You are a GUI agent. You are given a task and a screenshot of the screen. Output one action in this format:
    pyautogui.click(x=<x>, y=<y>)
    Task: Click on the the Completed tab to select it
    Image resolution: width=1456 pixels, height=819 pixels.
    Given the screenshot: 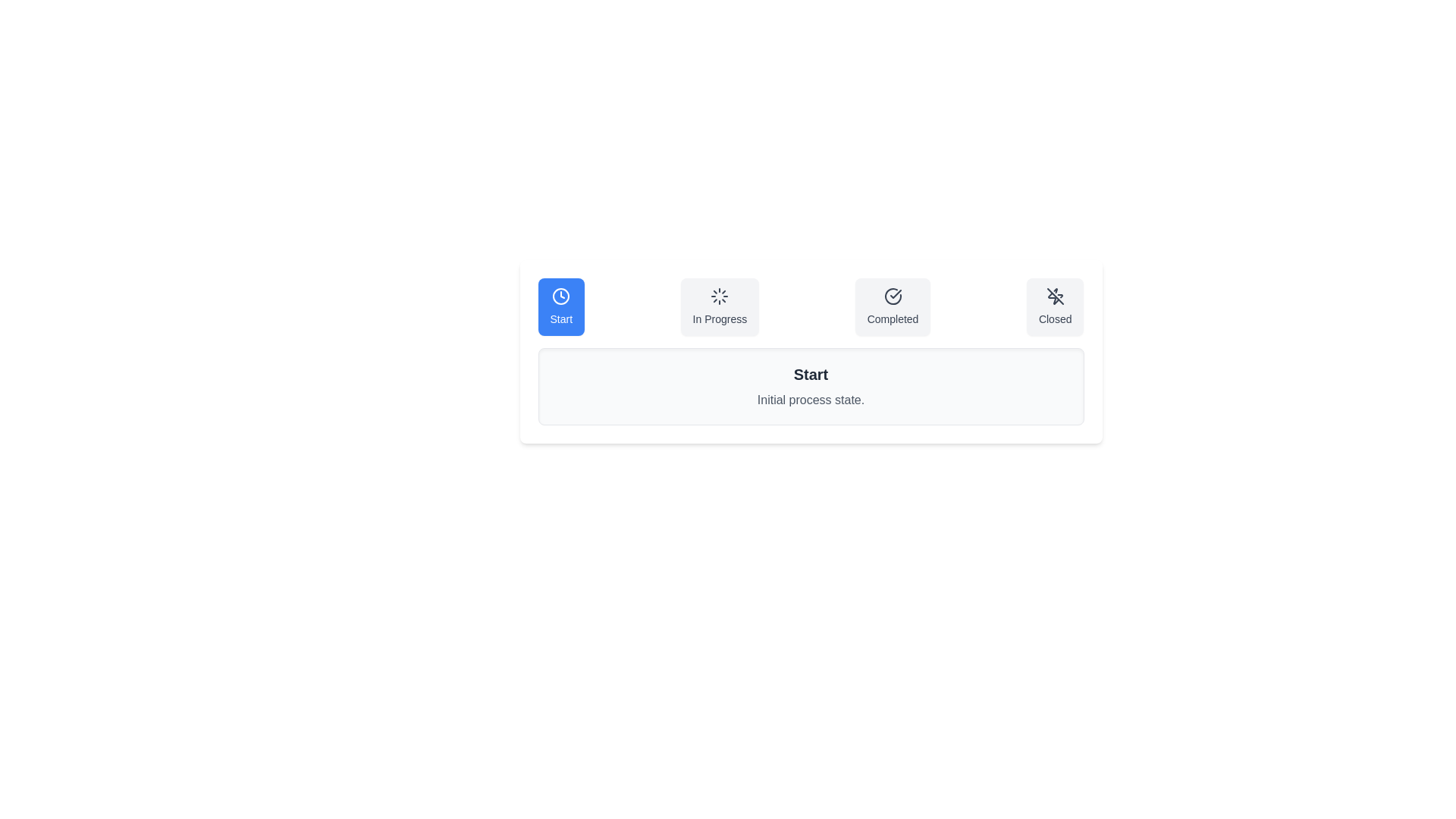 What is the action you would take?
    pyautogui.click(x=893, y=307)
    